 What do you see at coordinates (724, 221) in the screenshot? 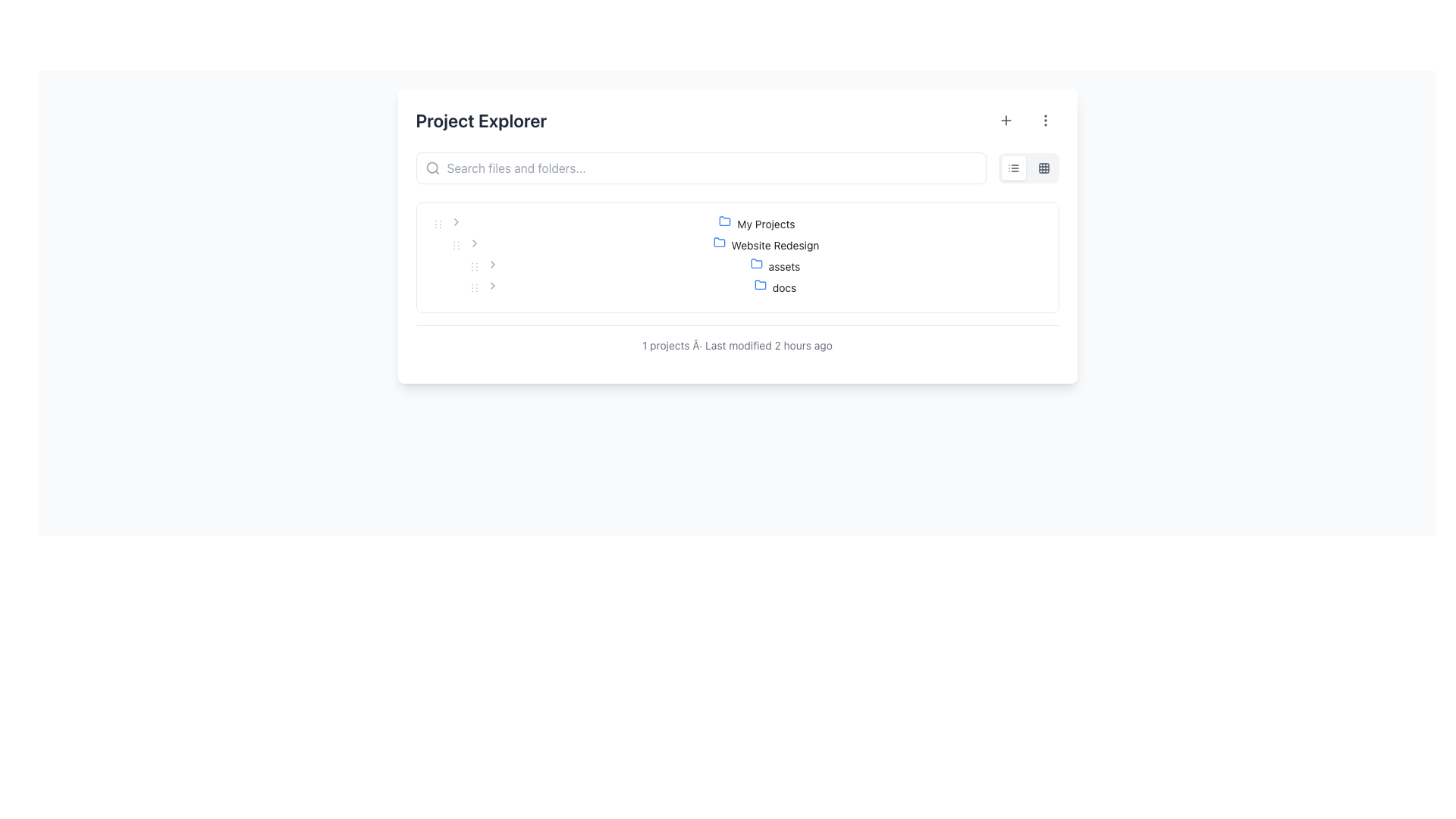
I see `the folder icon indicating 'My Projects'` at bounding box center [724, 221].